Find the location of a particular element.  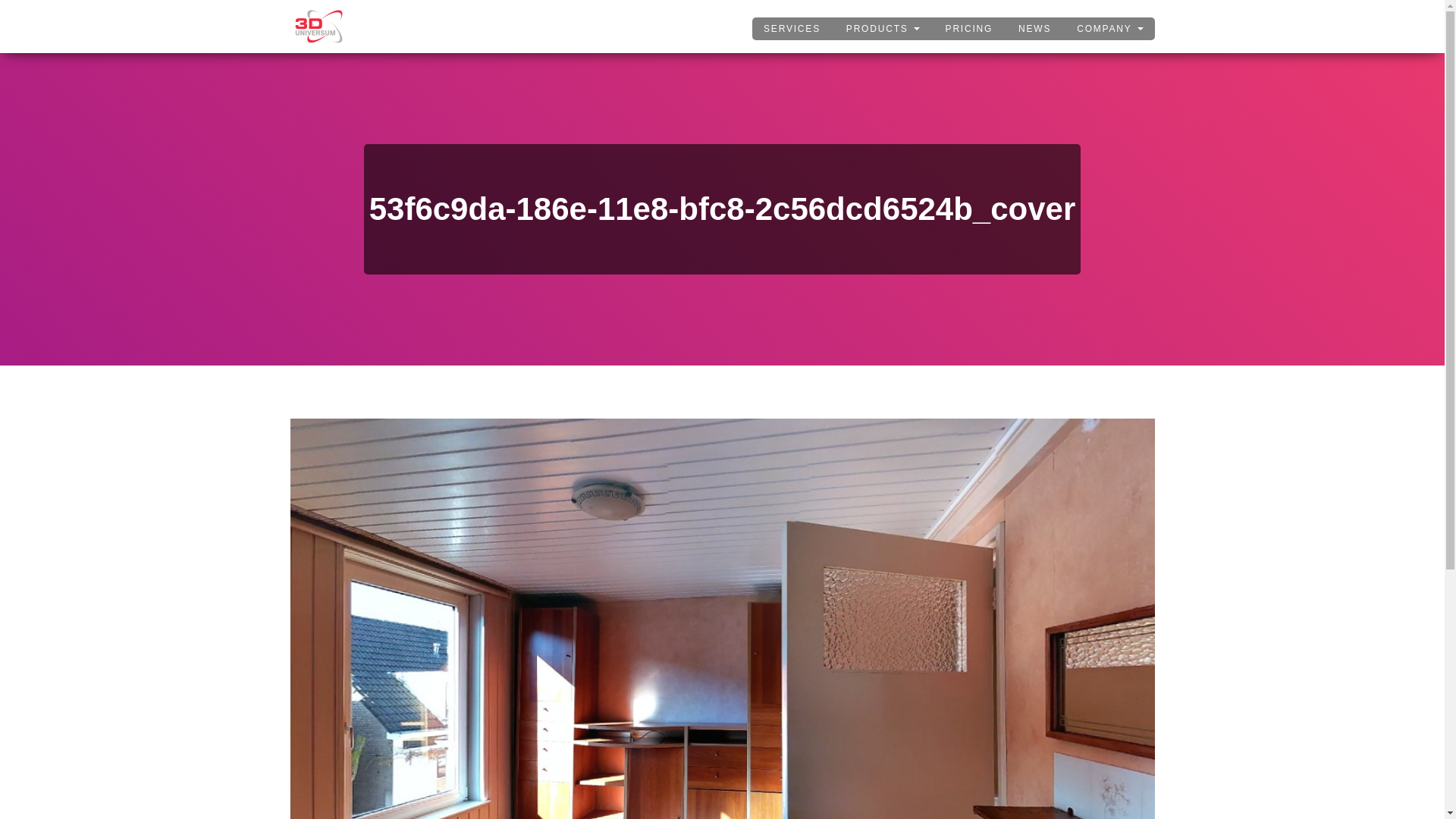

'SERVICES' is located at coordinates (791, 28).